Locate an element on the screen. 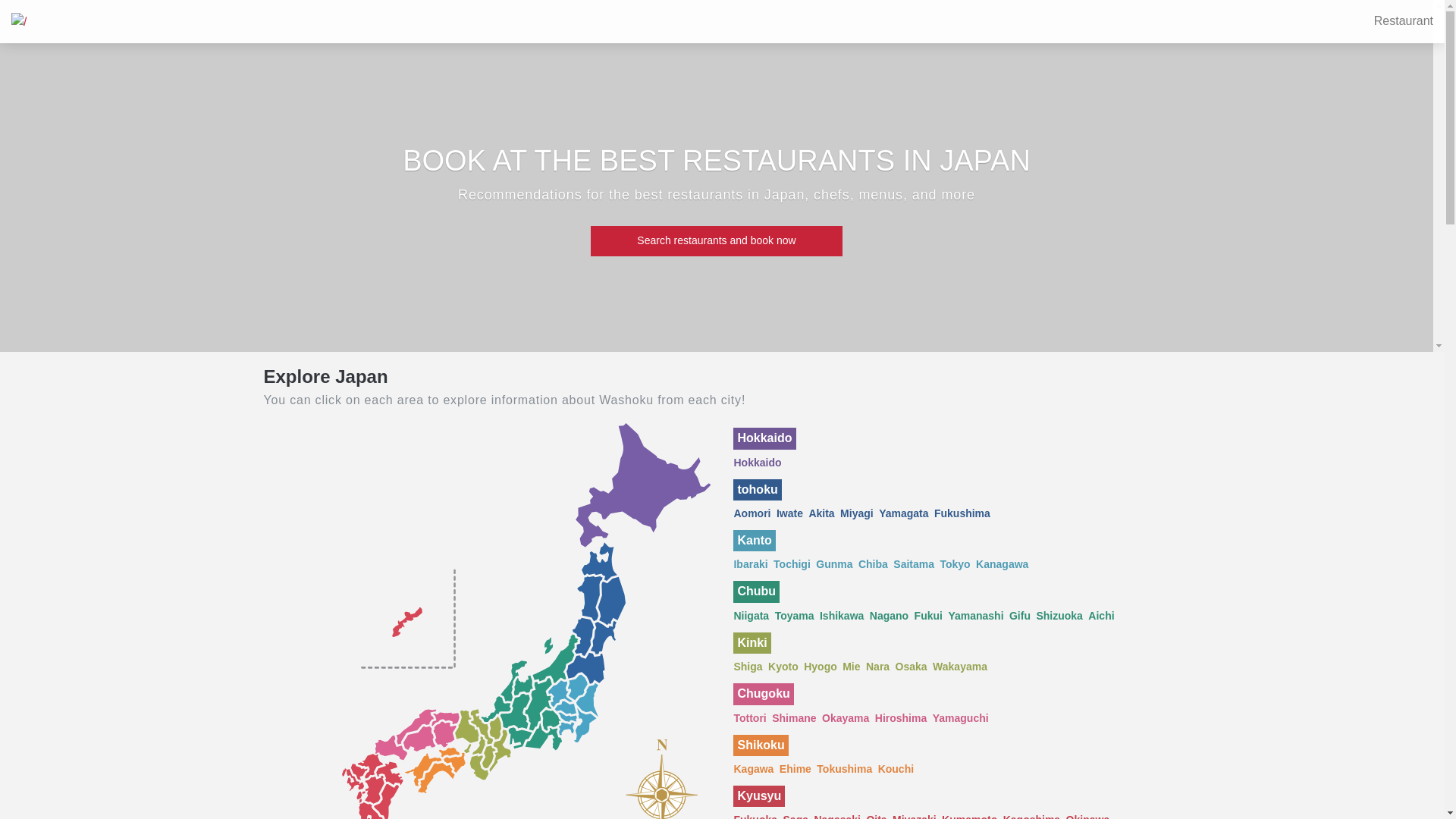 This screenshot has width=1456, height=819. 'Aichi' is located at coordinates (1101, 616).